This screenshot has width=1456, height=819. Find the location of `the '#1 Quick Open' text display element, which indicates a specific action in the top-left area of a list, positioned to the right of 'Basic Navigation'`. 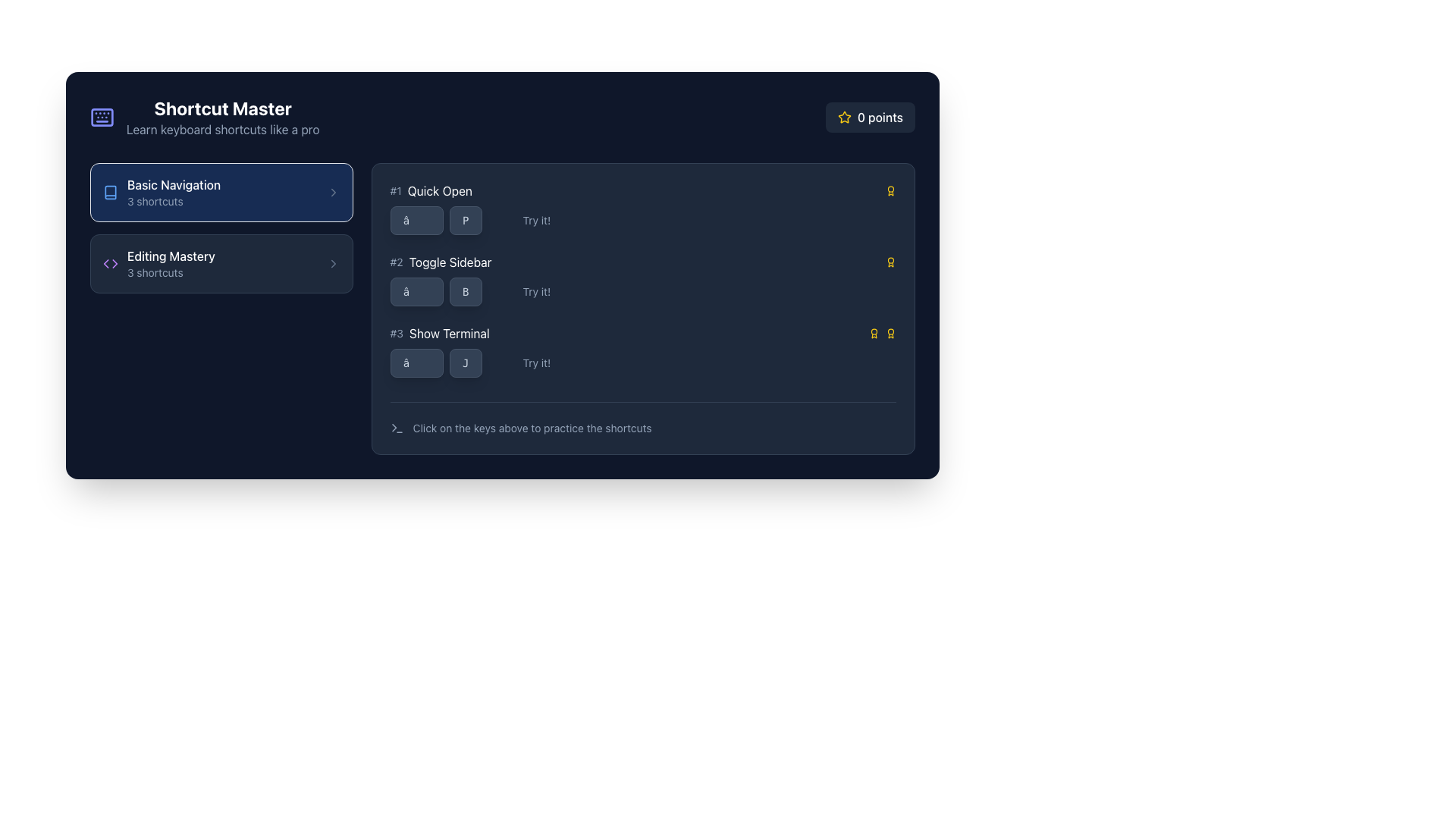

the '#1 Quick Open' text display element, which indicates a specific action in the top-left area of a list, positioned to the right of 'Basic Navigation' is located at coordinates (430, 190).